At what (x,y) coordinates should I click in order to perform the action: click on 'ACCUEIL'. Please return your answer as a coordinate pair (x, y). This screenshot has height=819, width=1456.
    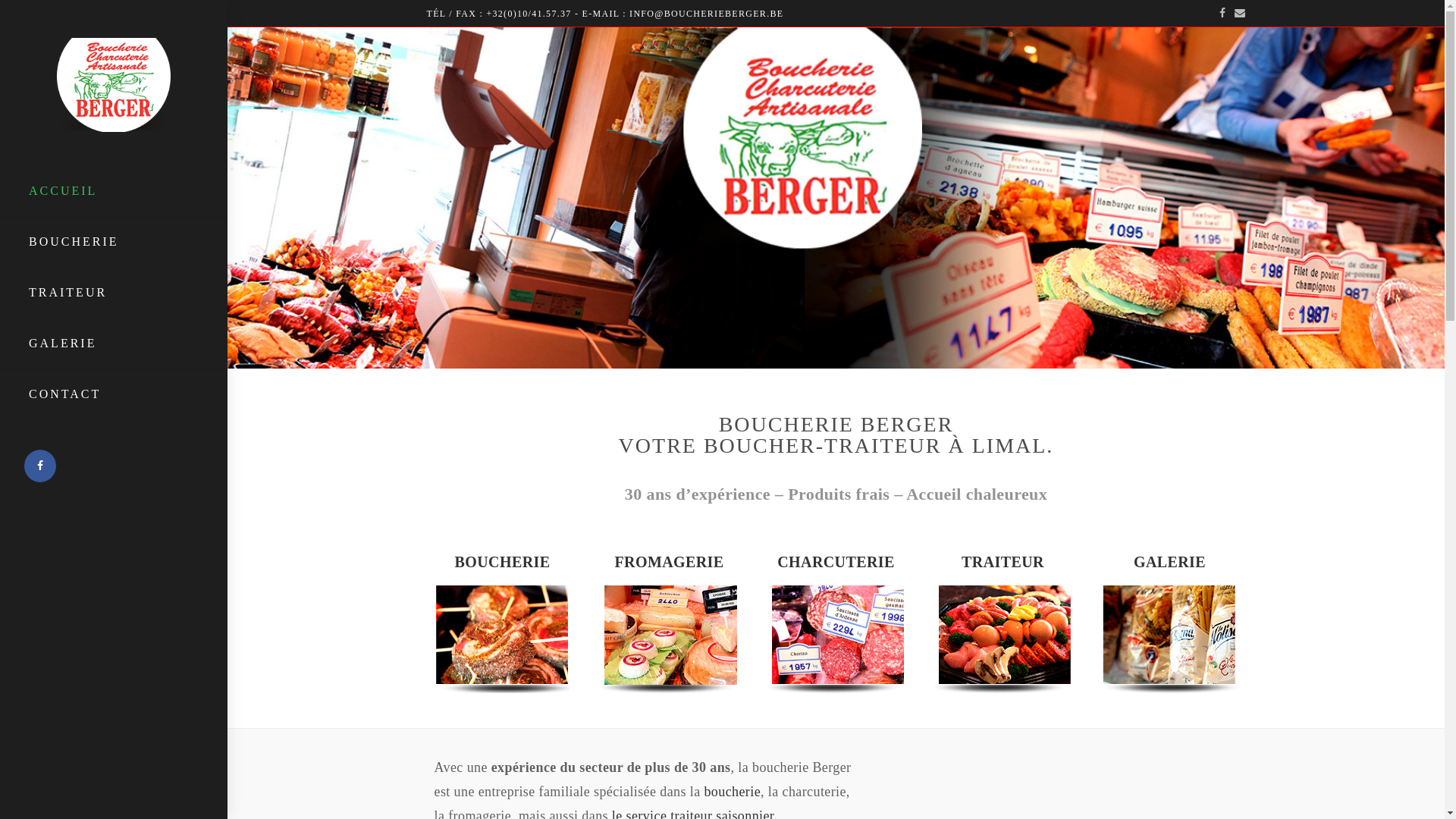
    Looking at the image, I should click on (112, 190).